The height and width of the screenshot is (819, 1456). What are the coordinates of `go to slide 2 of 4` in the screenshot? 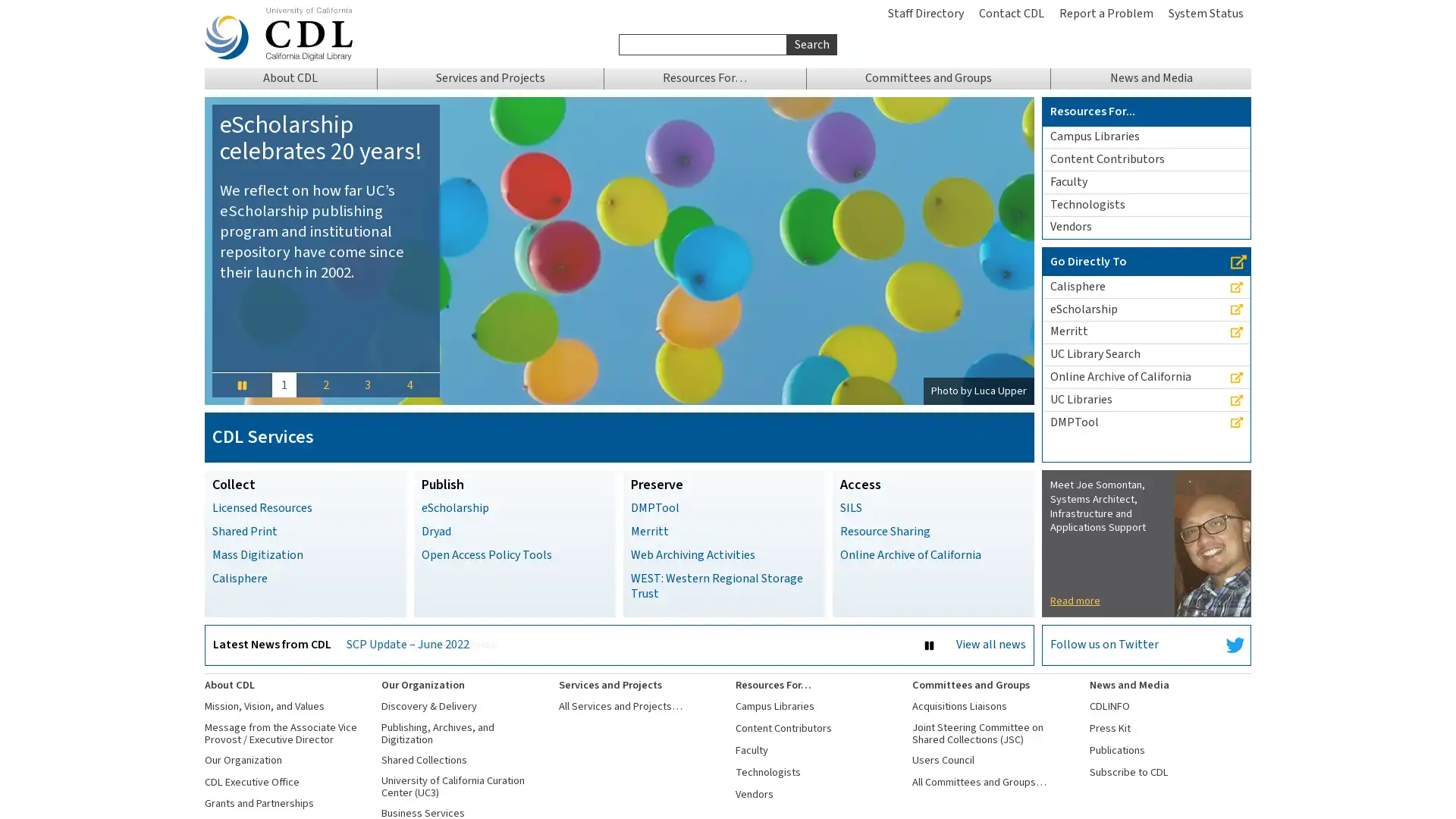 It's located at (324, 383).